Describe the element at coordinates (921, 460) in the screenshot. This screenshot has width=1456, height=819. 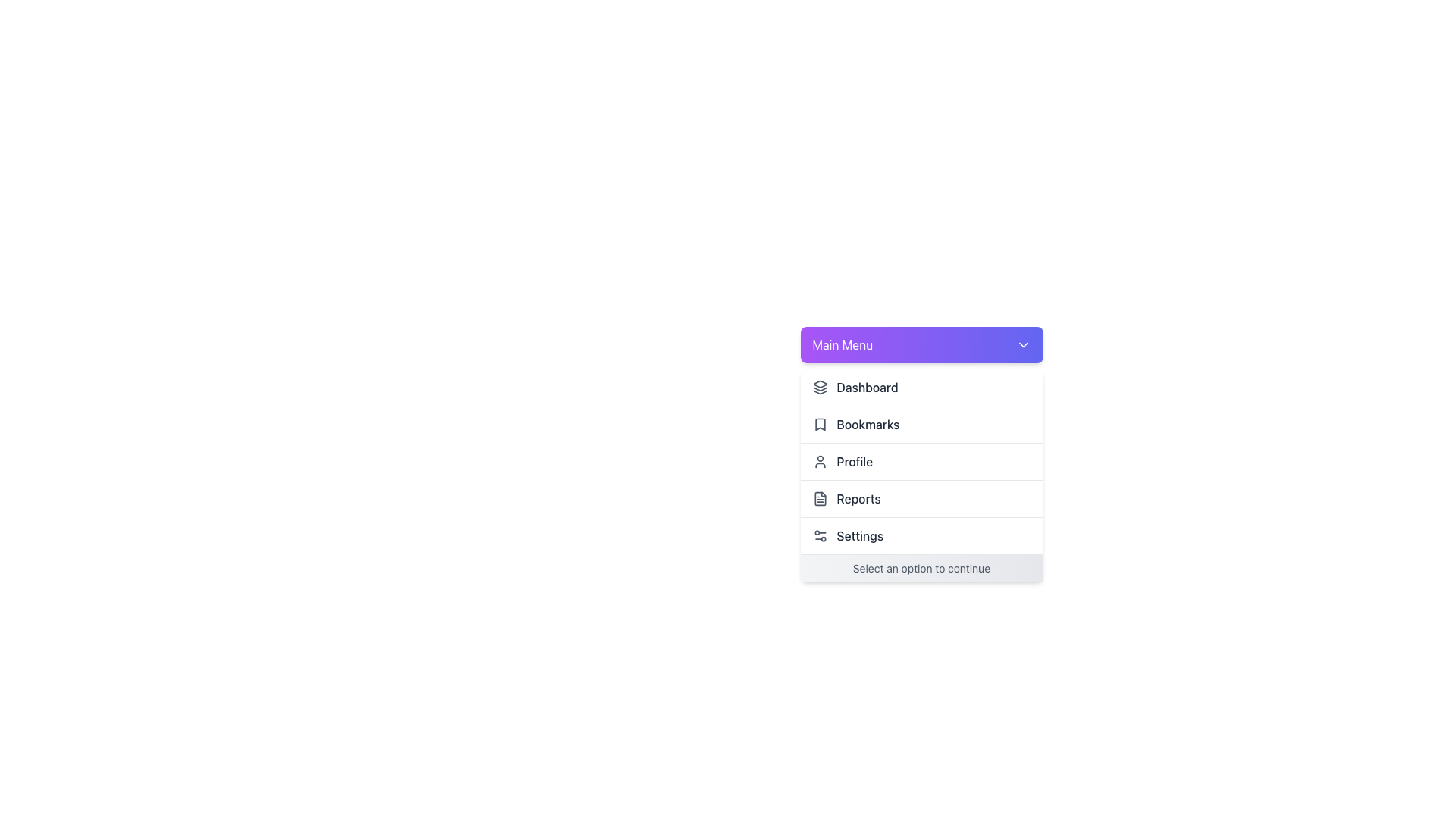
I see `the 'Profile' menu item, which is the third item` at that location.